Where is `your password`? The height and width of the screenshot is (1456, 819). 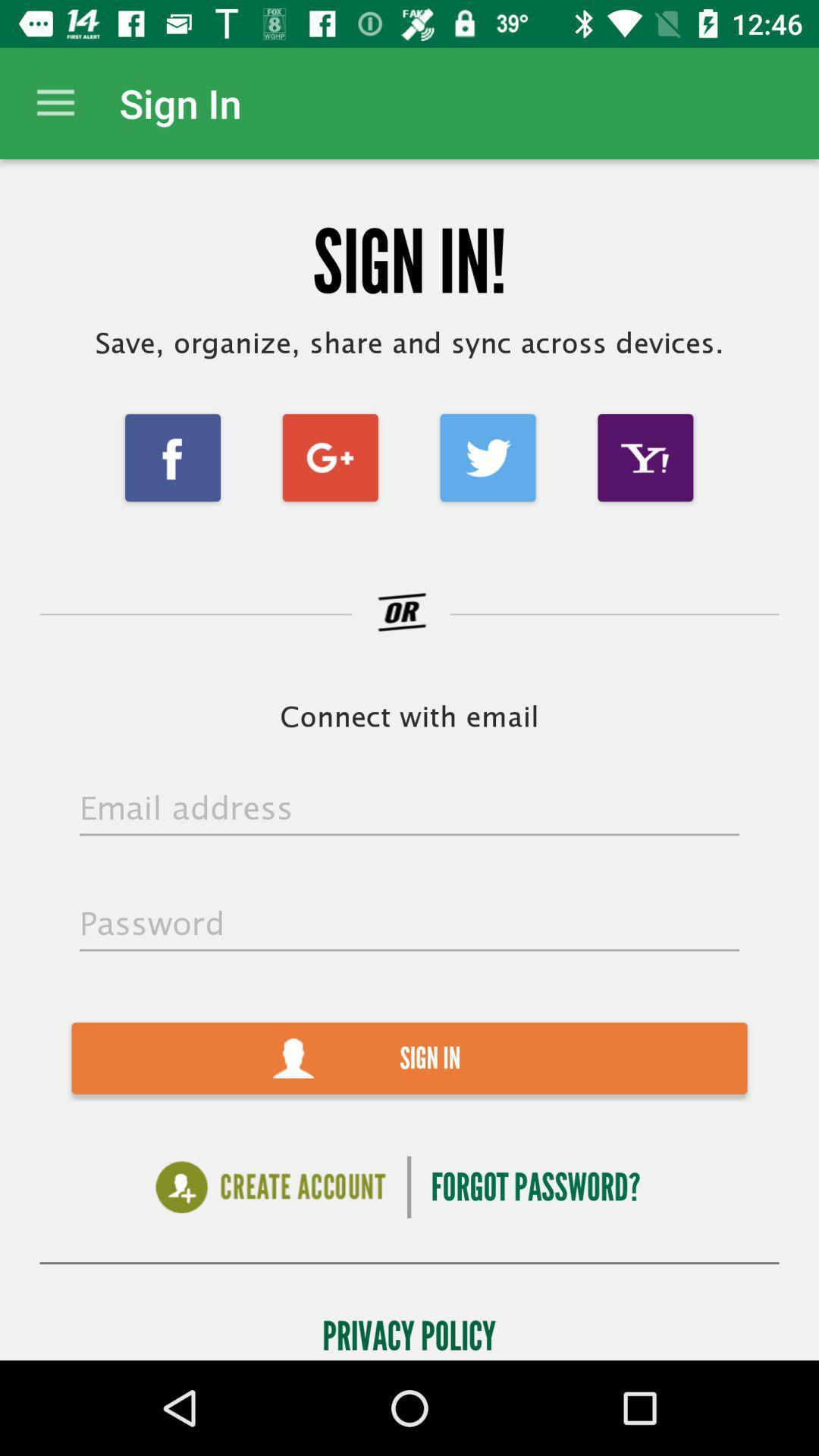 your password is located at coordinates (409, 924).